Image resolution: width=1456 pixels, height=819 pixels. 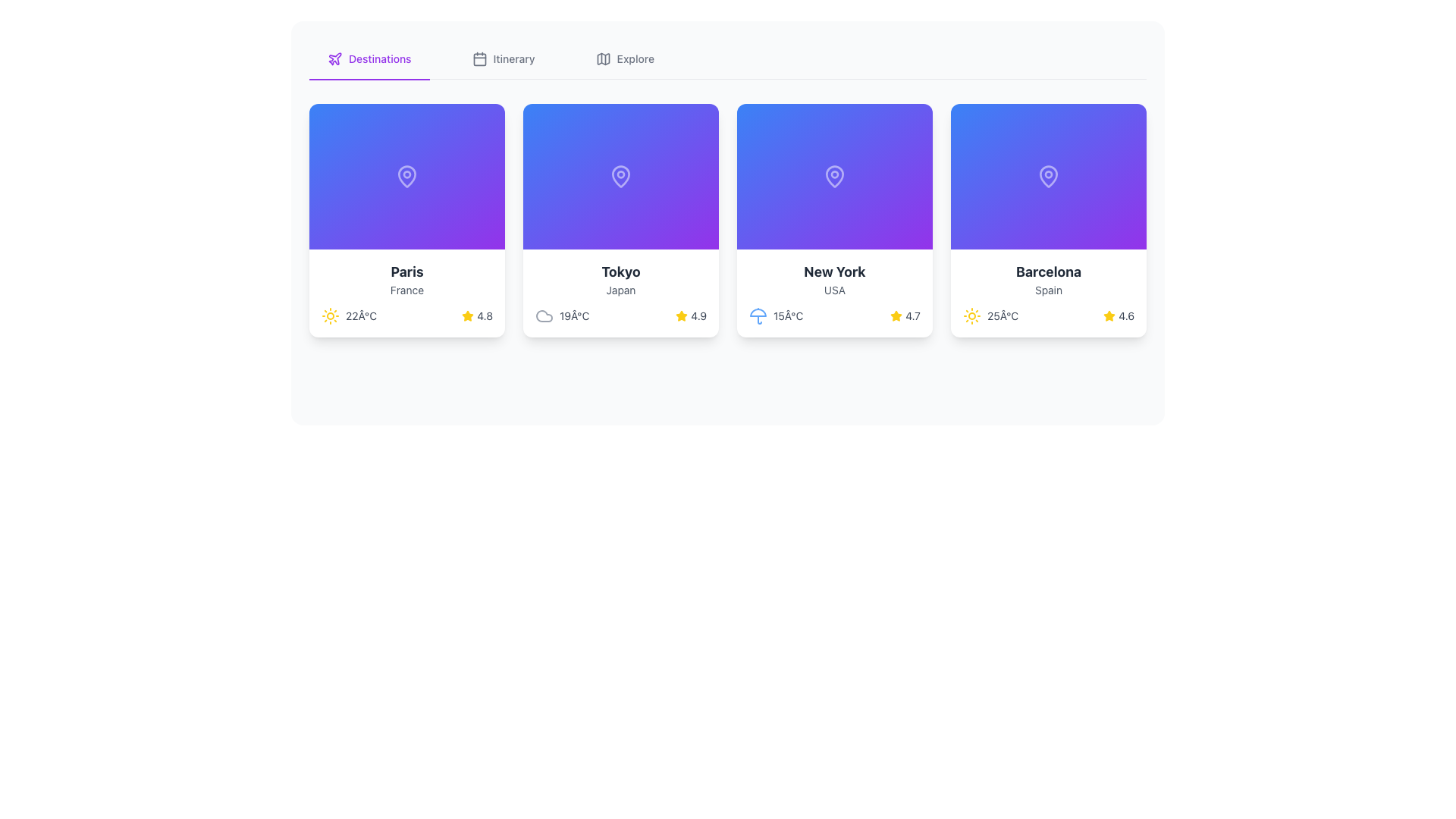 I want to click on the sun icon, which is a yellow circular icon with rays, located next to the temperature text '25Â°C' in the weather information section for Barcelona, Spain, so click(x=971, y=315).